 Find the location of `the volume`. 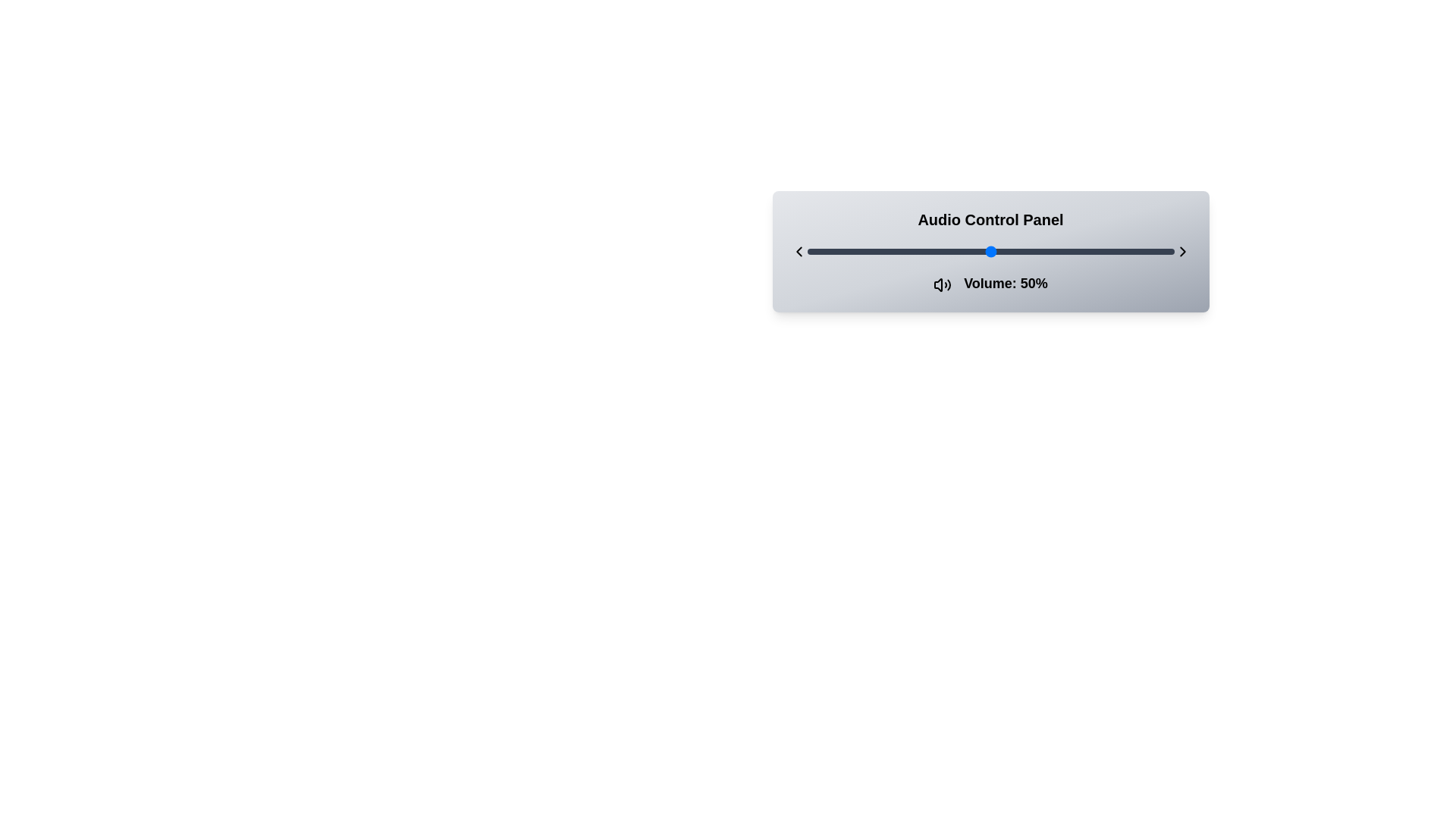

the volume is located at coordinates (1070, 250).